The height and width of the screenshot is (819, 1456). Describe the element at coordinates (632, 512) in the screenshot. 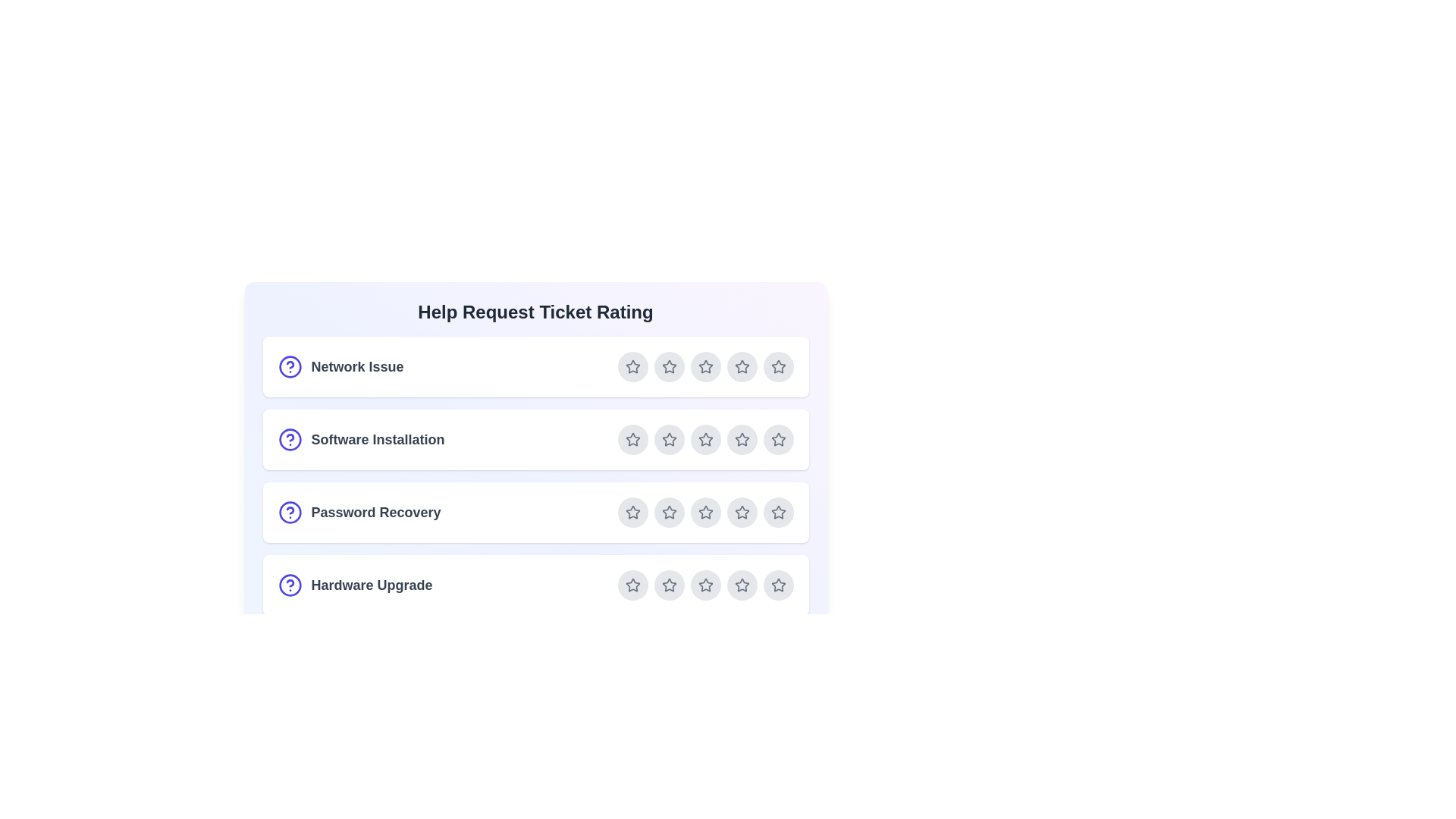

I see `the star corresponding to 1 for the ticket Password Recovery` at that location.